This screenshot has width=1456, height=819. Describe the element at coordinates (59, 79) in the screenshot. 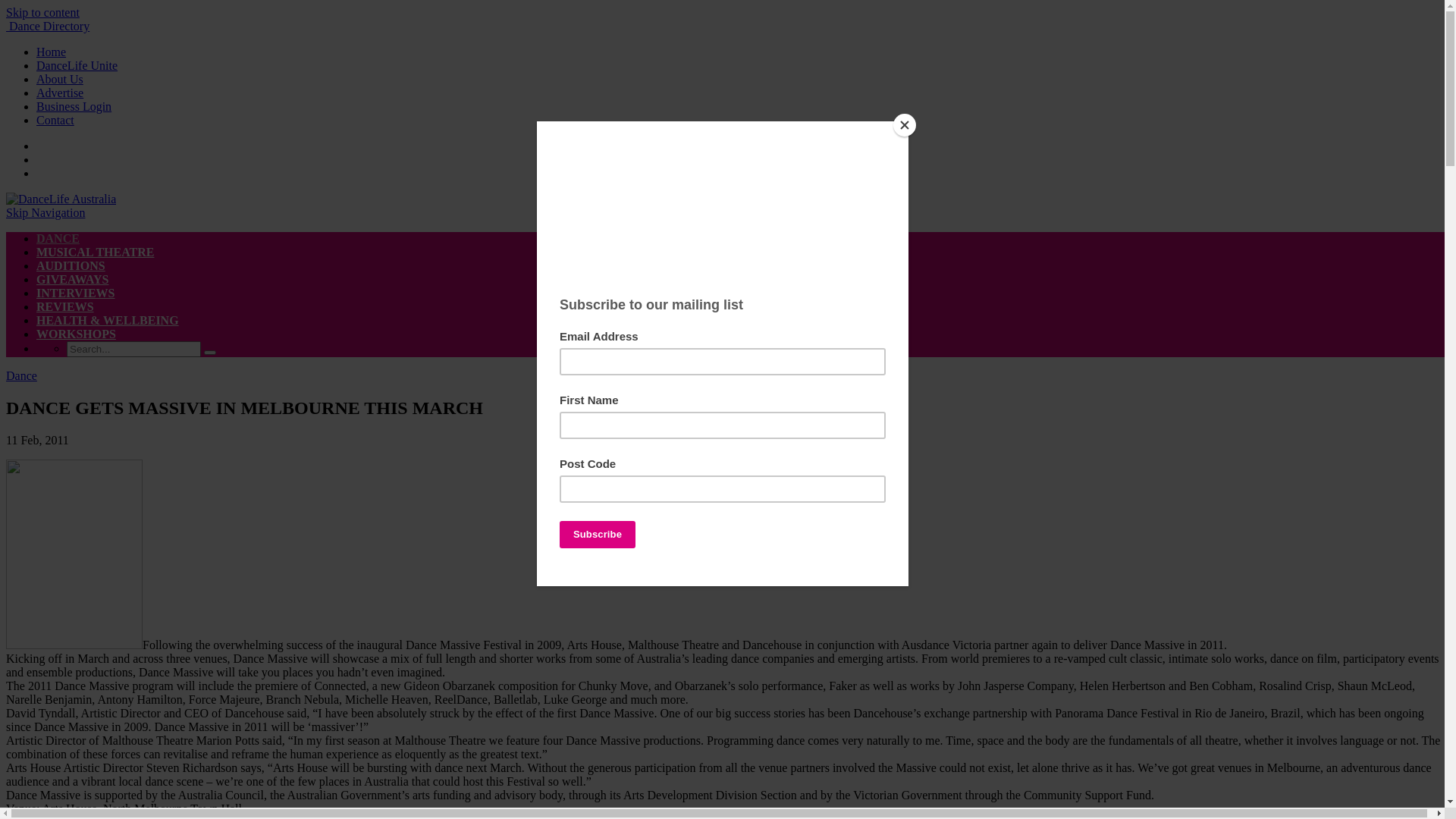

I see `'About Us'` at that location.